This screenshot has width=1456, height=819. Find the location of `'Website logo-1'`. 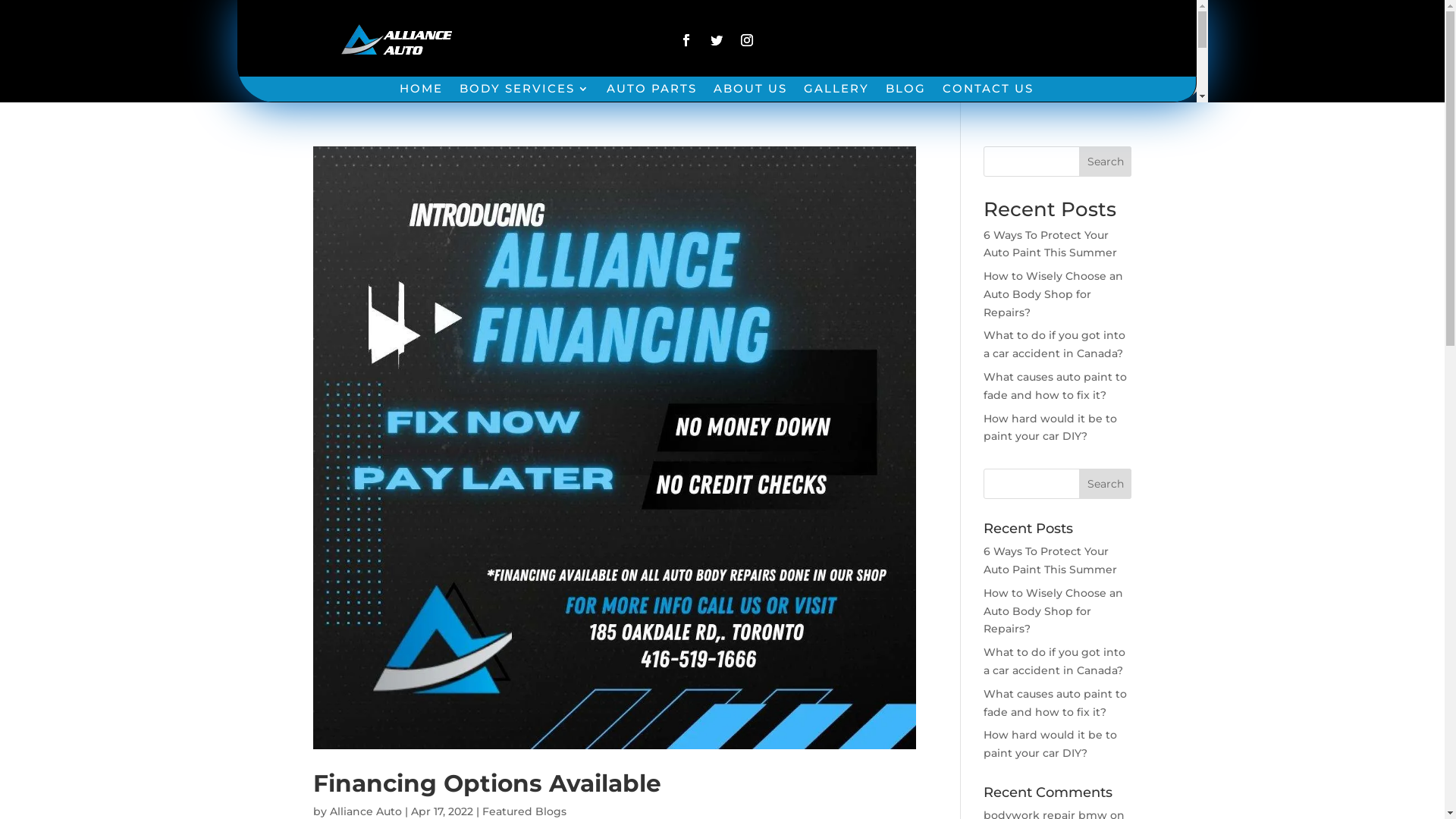

'Website logo-1' is located at coordinates (336, 42).